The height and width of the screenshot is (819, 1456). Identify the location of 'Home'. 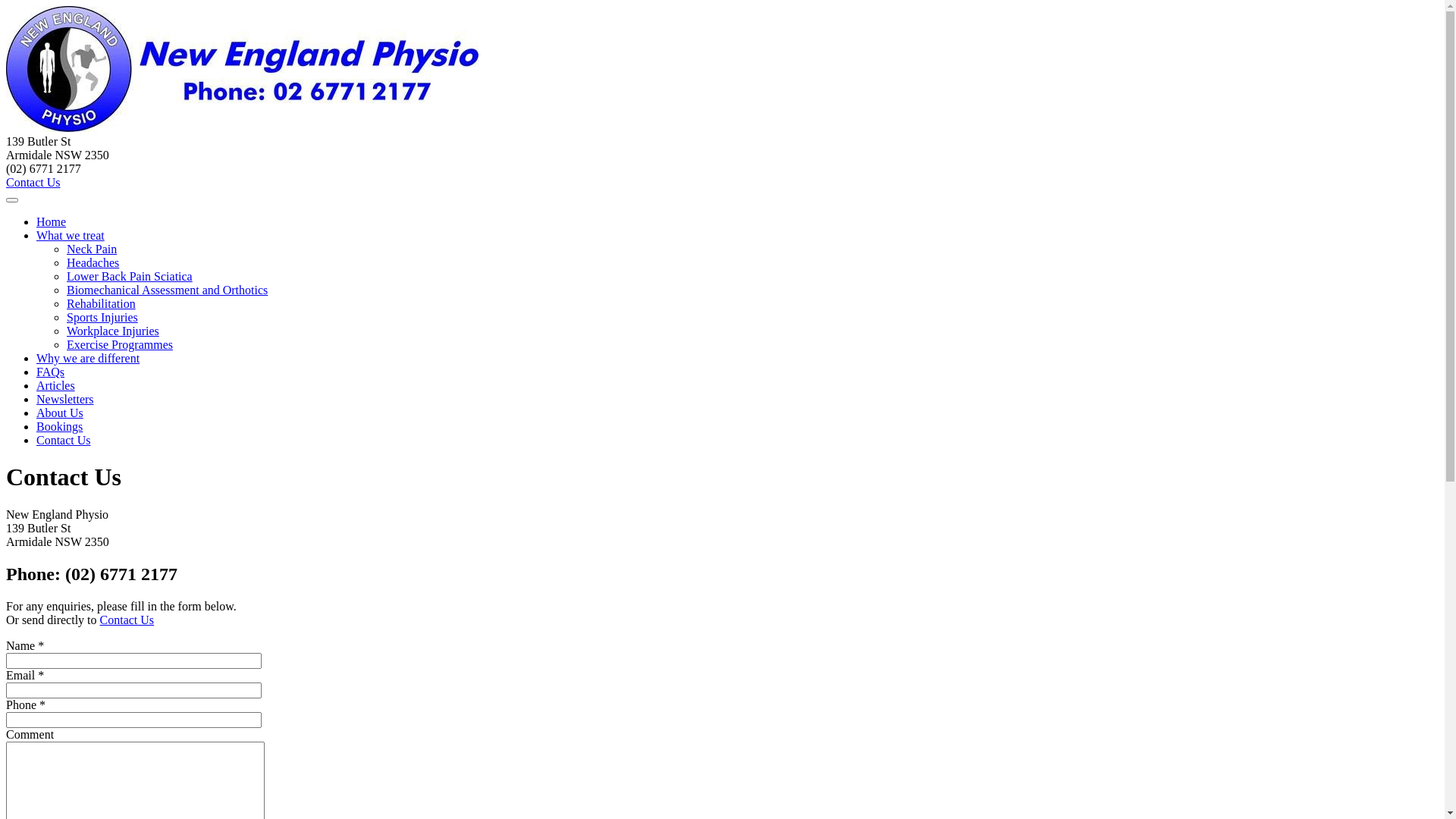
(36, 221).